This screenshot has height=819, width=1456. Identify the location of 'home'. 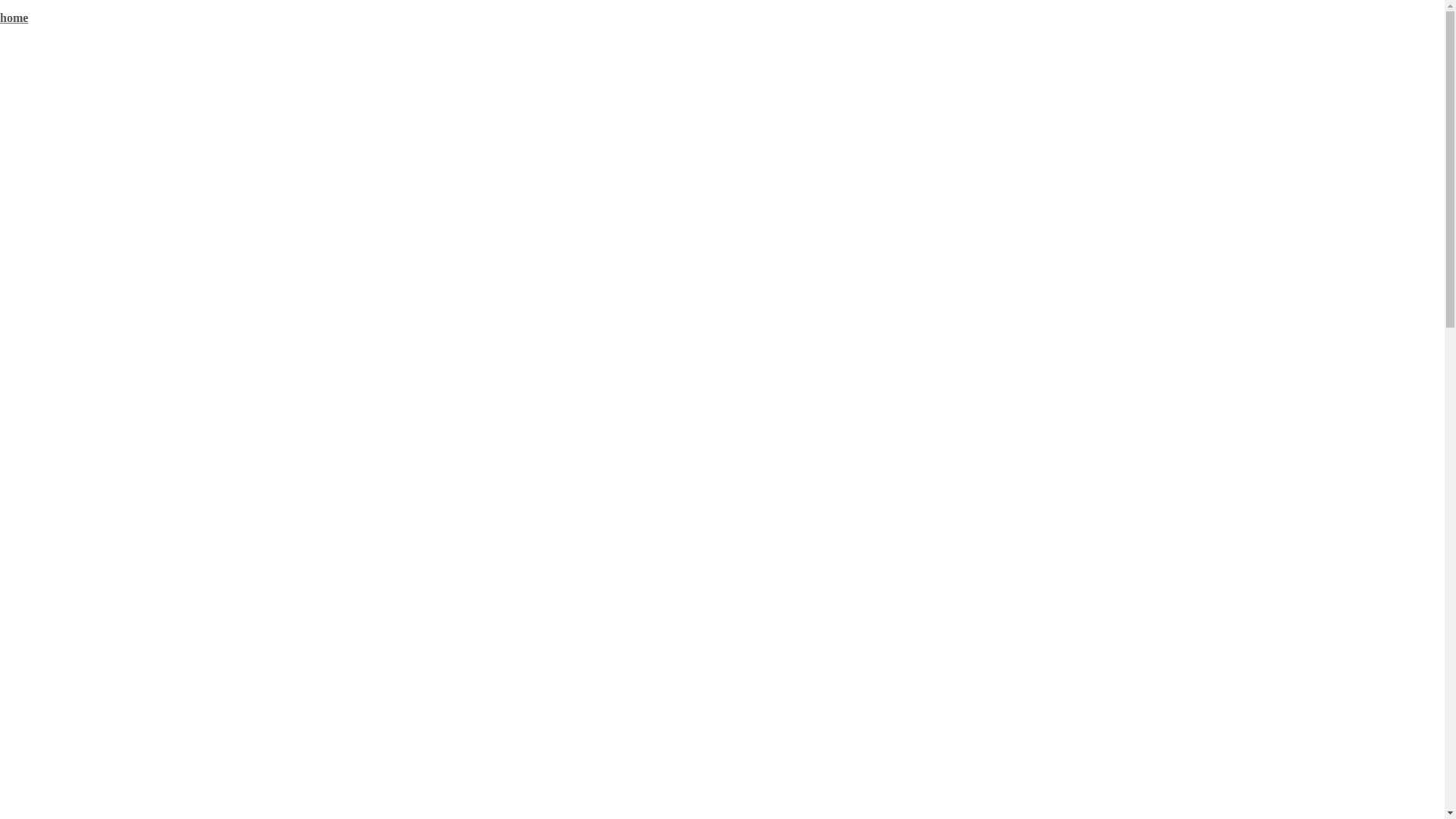
(14, 17).